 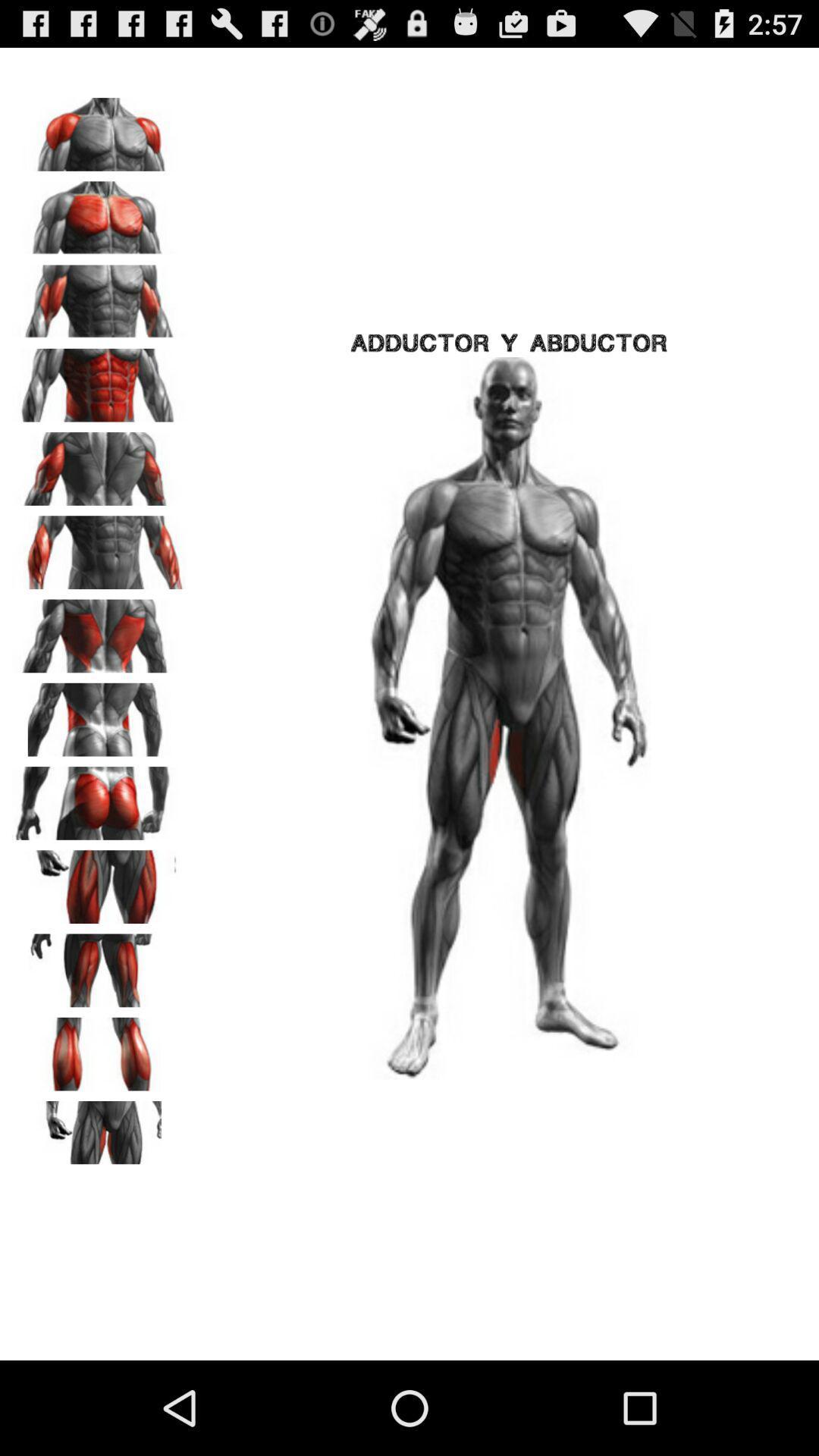 I want to click on for chest exercises, so click(x=99, y=129).